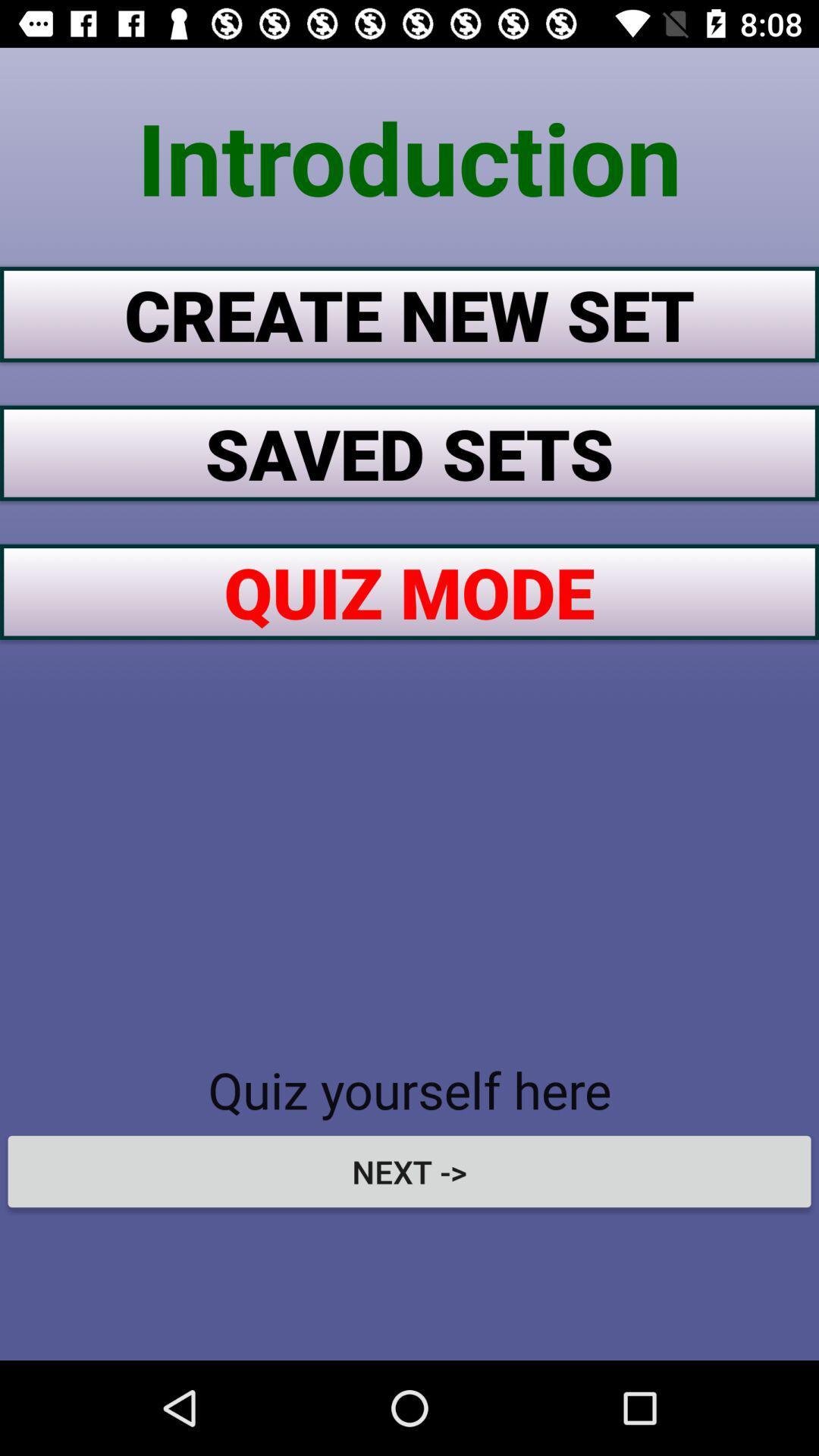 The height and width of the screenshot is (1456, 819). What do you see at coordinates (409, 591) in the screenshot?
I see `quiz mode` at bounding box center [409, 591].